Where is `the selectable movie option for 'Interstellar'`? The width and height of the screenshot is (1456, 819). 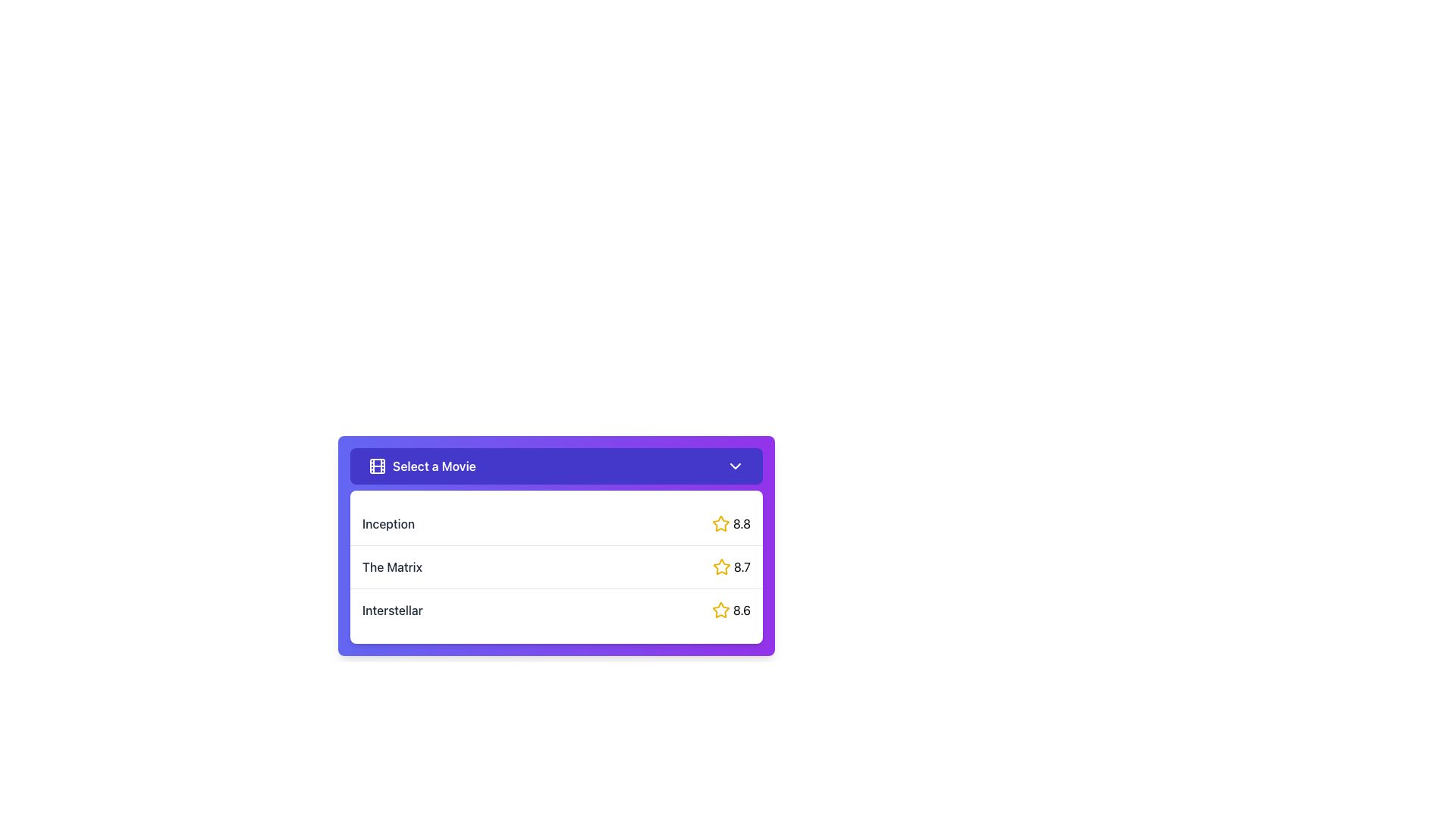 the selectable movie option for 'Interstellar' is located at coordinates (556, 609).